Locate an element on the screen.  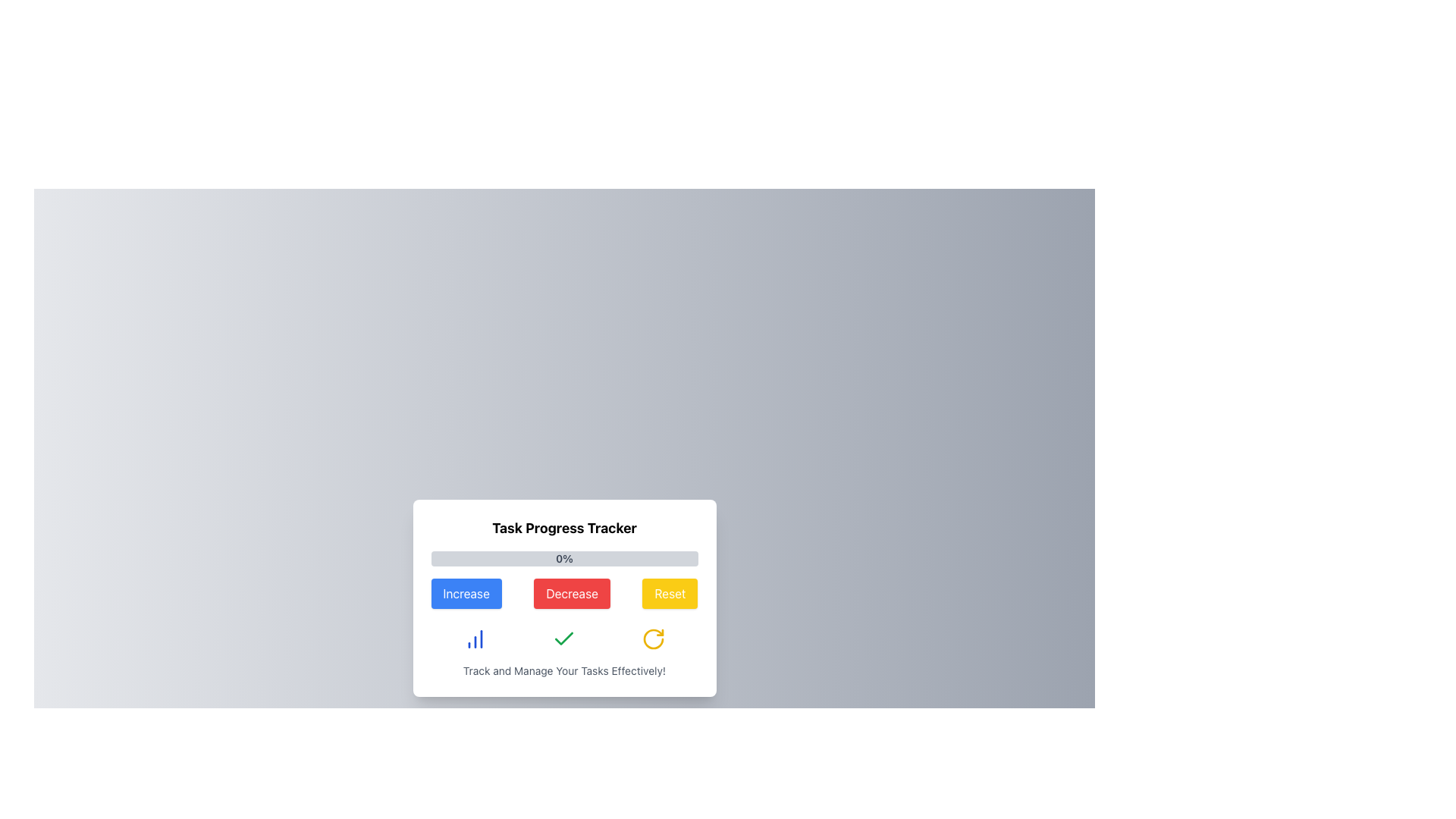
the 'Reset' button located at the rightmost side of a row of three buttons labeled 'Increase', 'Decrease', and 'Reset' is located at coordinates (669, 593).